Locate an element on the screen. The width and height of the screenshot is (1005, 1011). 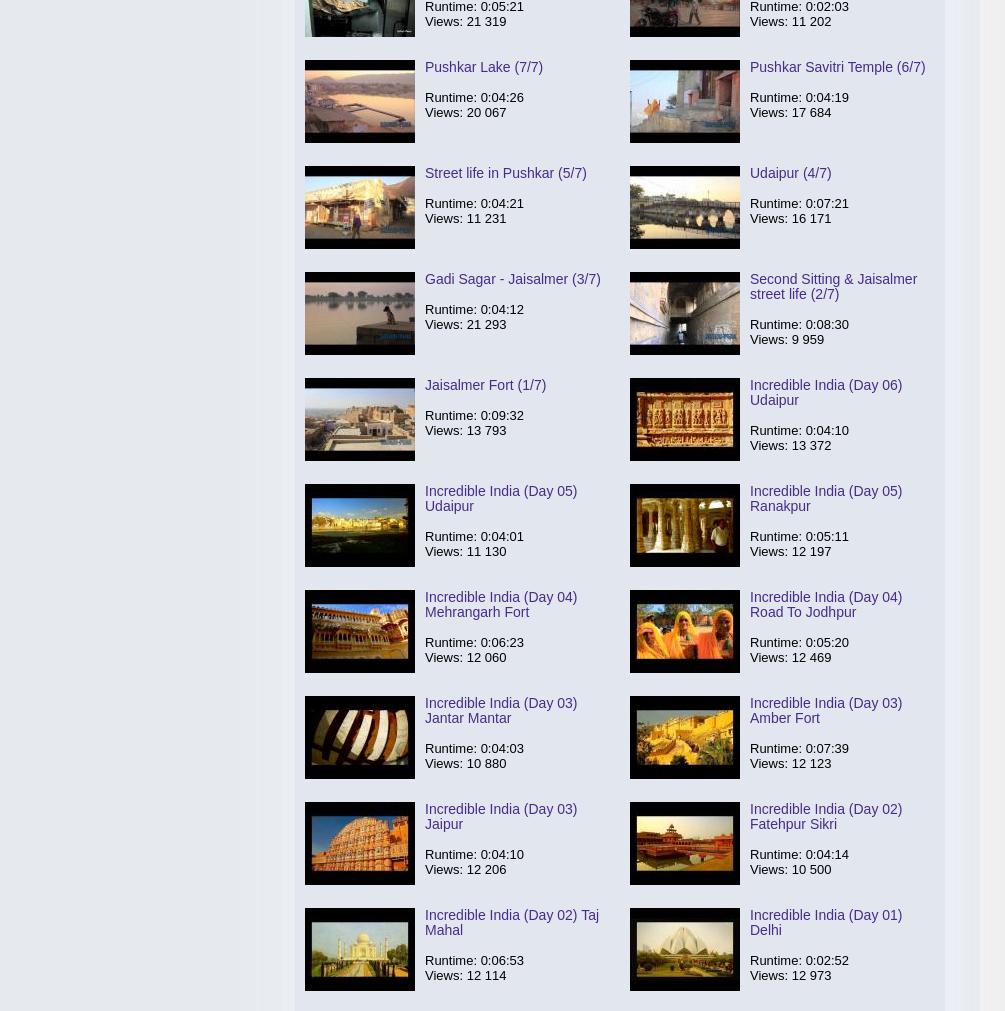
'13 372' is located at coordinates (811, 444).